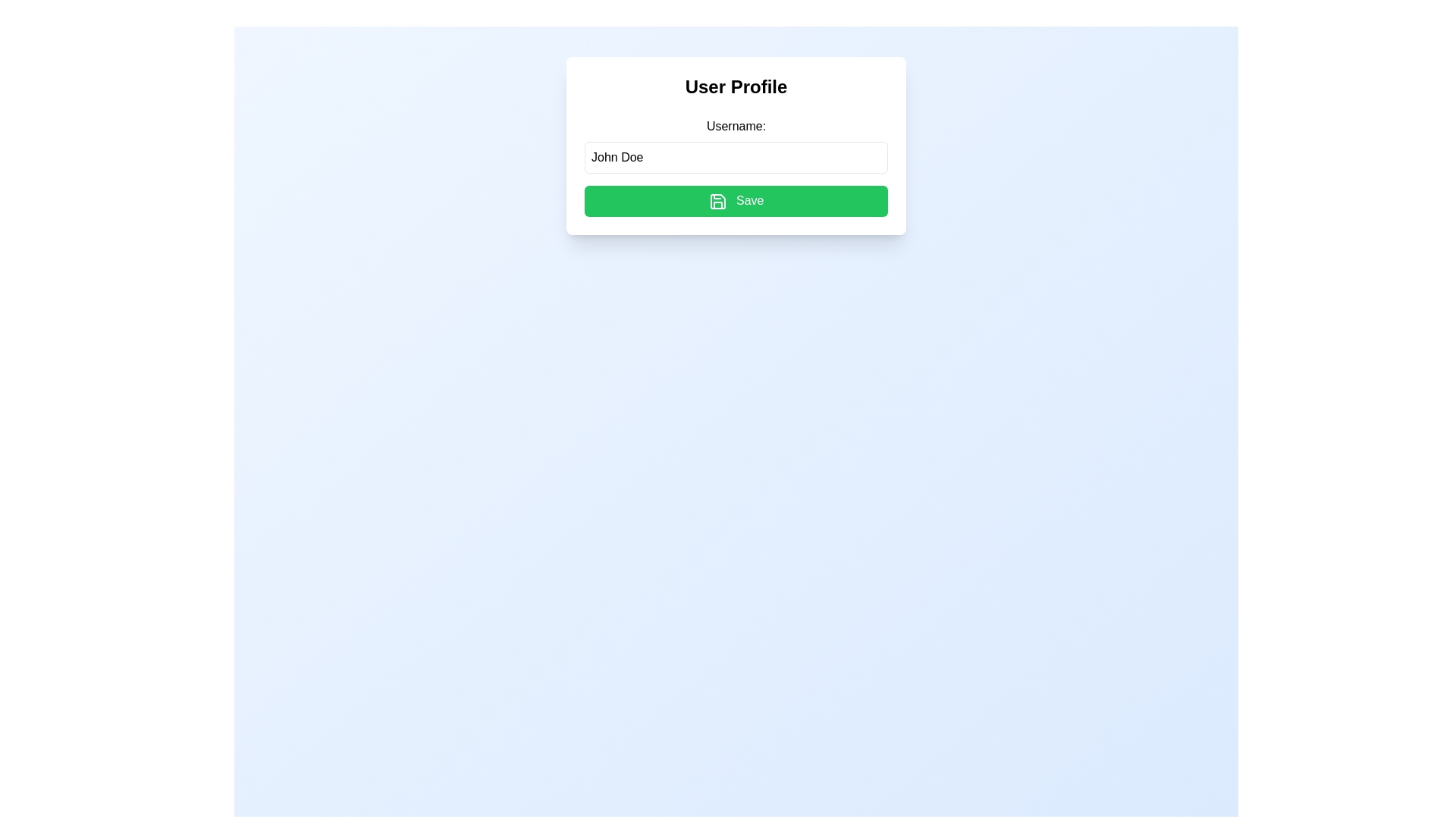 This screenshot has height=819, width=1456. Describe the element at coordinates (717, 200) in the screenshot. I see `the decorative Save icon located centrally within the Save button on the User Profile form` at that location.